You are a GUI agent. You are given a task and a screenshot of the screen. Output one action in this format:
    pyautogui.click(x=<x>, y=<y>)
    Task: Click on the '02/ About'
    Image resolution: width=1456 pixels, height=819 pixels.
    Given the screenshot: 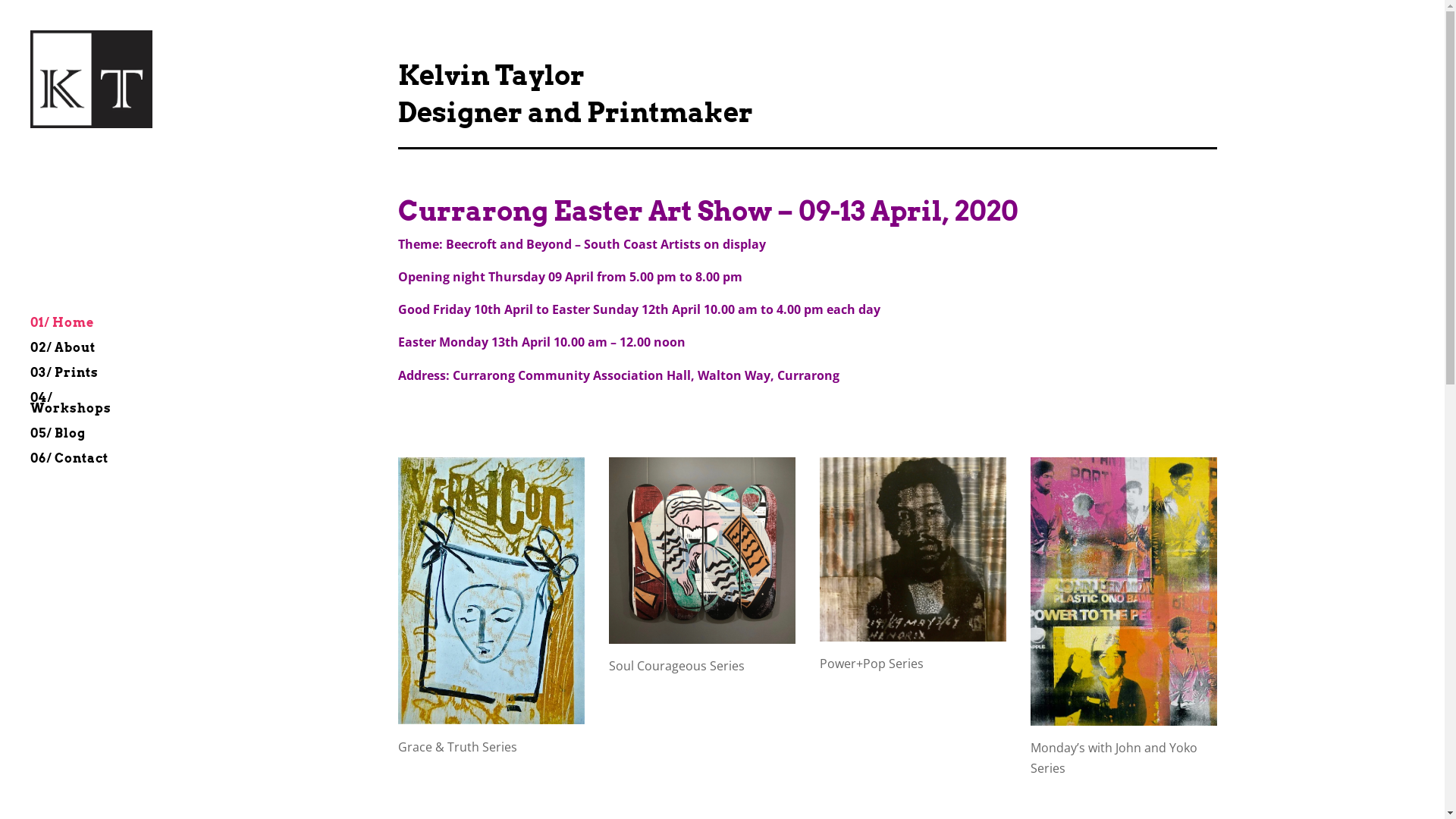 What is the action you would take?
    pyautogui.click(x=97, y=355)
    